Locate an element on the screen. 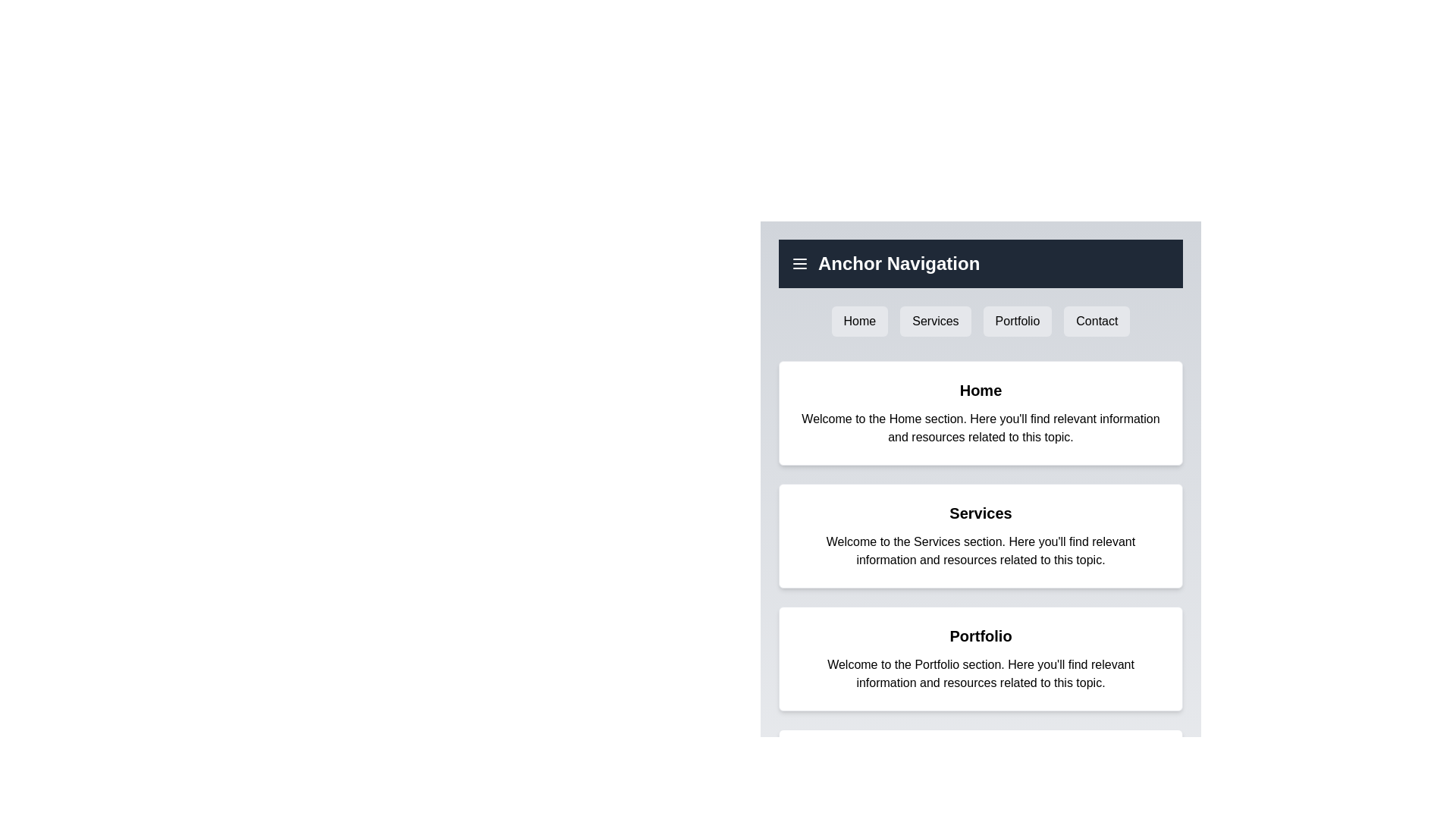 Image resolution: width=1456 pixels, height=819 pixels. the navigational button on the far right of the horizontal menu bar to move to the Contact section of the website is located at coordinates (1097, 321).